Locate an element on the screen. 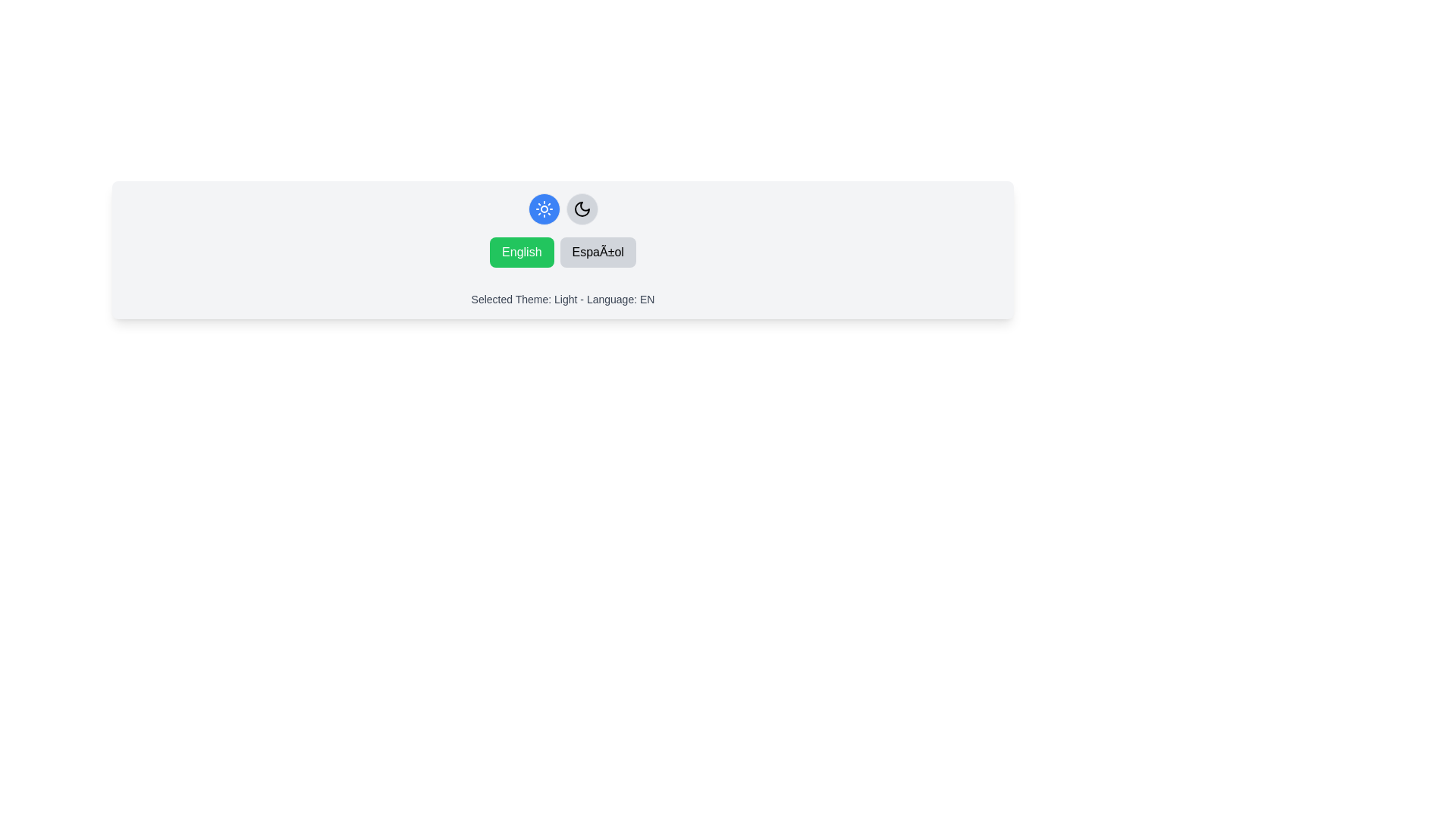 The width and height of the screenshot is (1456, 819). the sun icon, which is a minimalistic white representation within a circular blue button, located near the top center of the UI is located at coordinates (544, 209).